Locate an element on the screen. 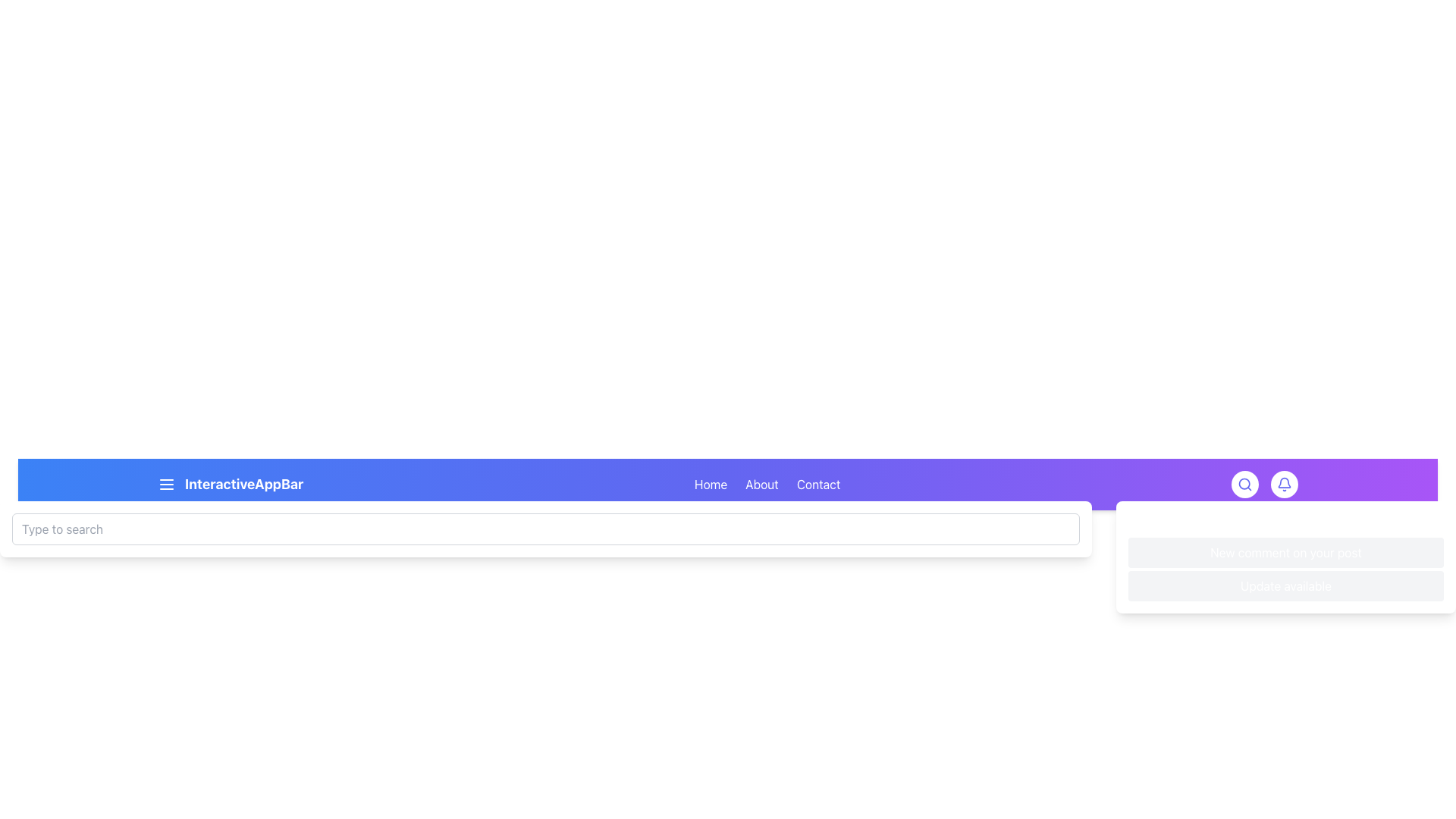 The image size is (1456, 819). the centrally located search input field to focus on it for typing queries or keywords is located at coordinates (546, 529).